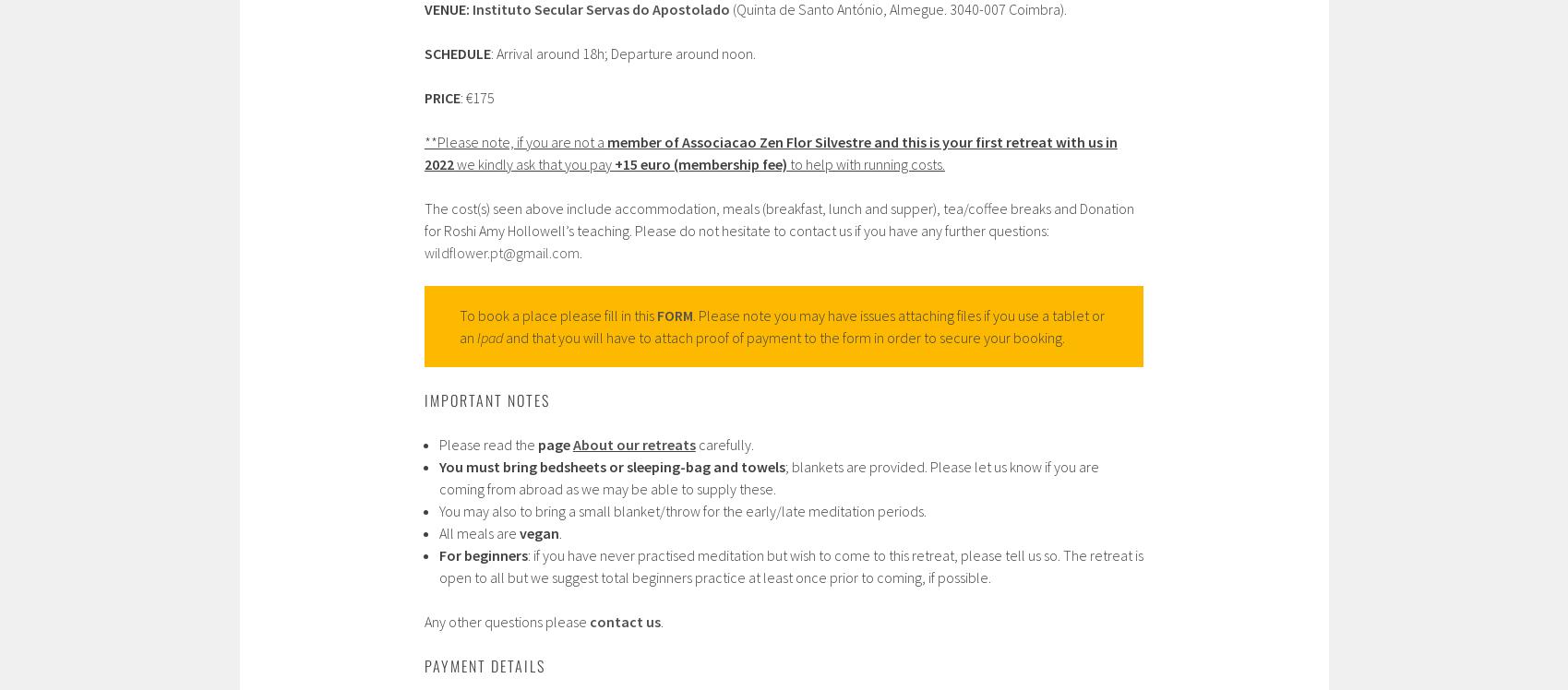  I want to click on ': €175', so click(475, 97).